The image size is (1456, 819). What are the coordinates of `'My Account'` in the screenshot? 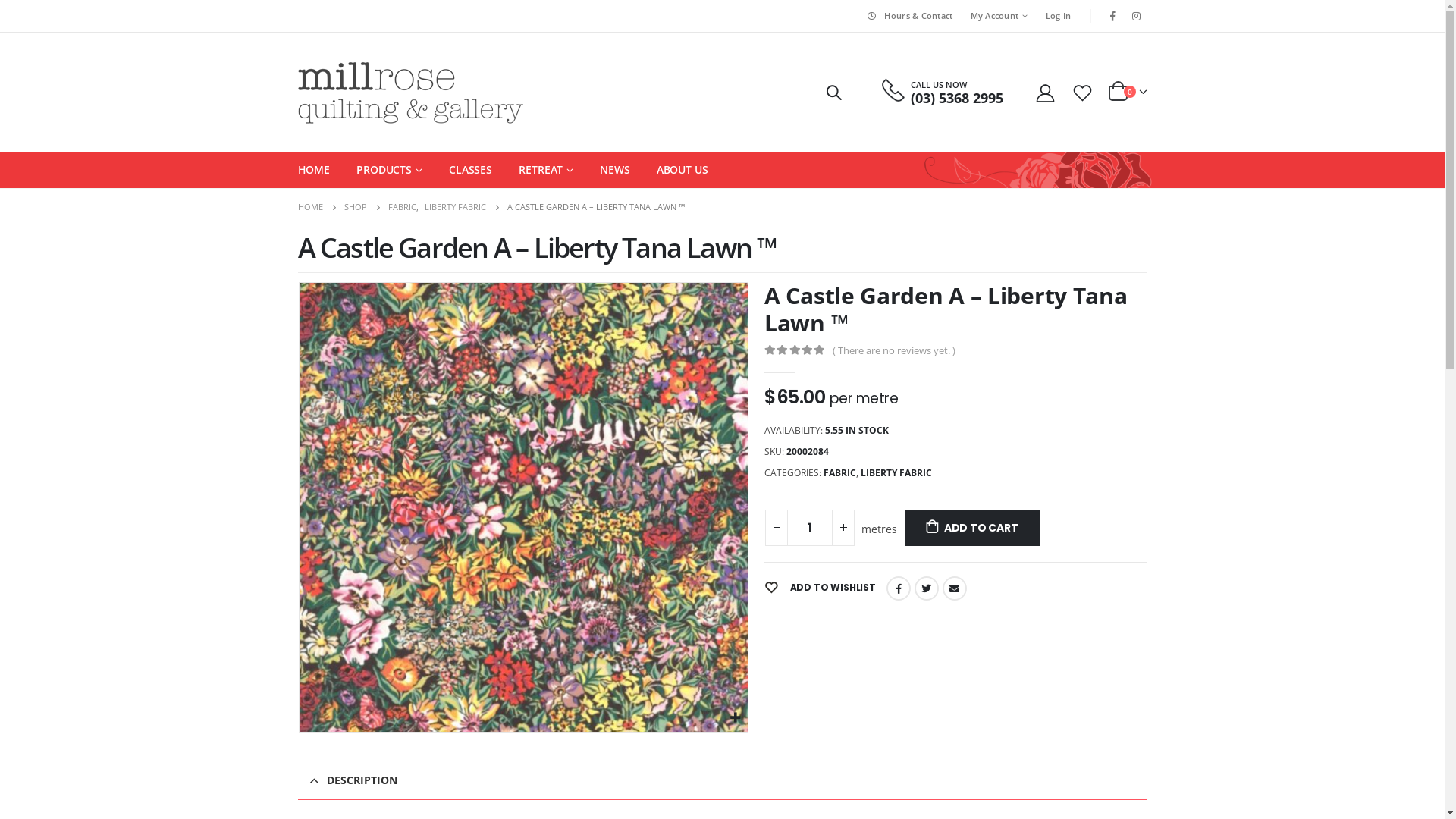 It's located at (961, 15).